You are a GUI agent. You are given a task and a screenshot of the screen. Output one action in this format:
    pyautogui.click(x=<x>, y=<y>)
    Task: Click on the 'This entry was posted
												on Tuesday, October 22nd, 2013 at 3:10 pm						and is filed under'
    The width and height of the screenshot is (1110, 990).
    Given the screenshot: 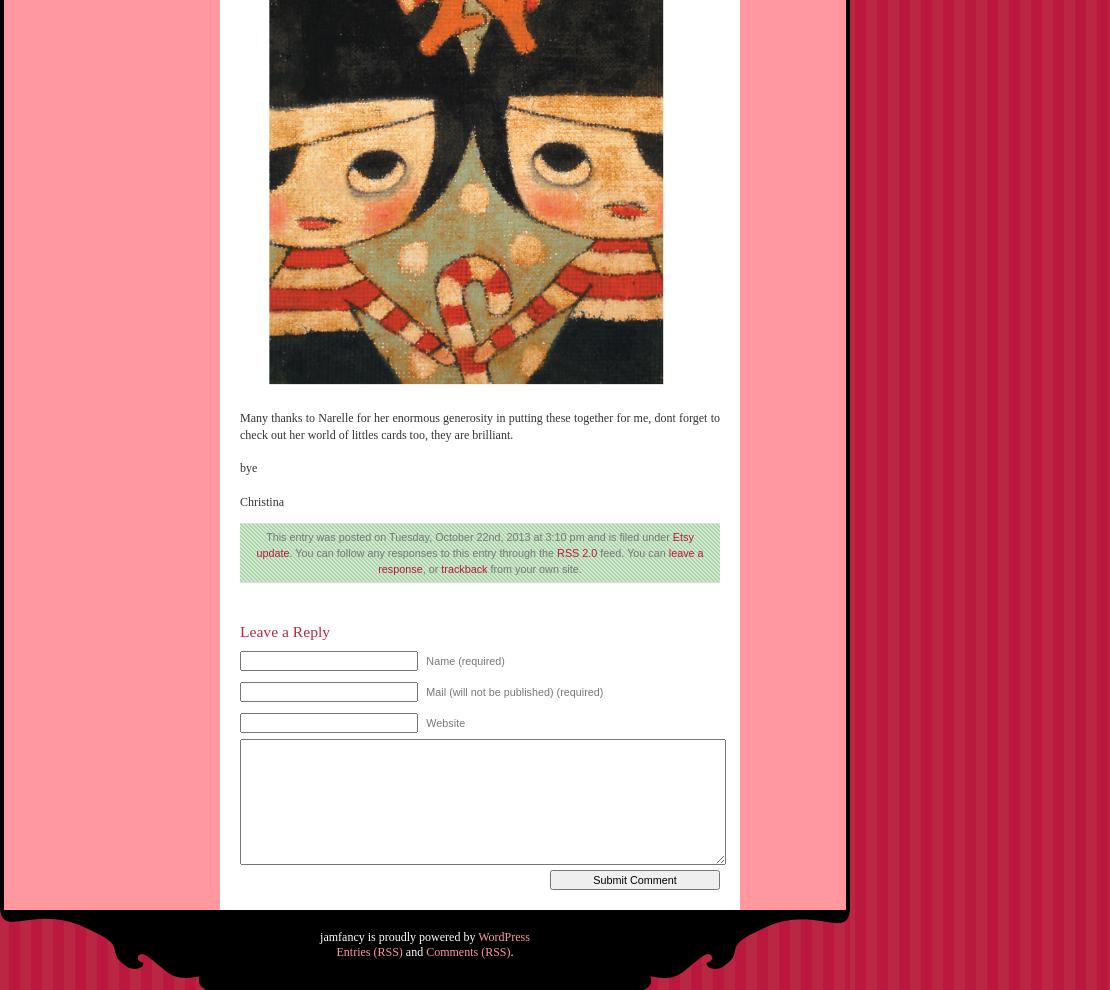 What is the action you would take?
    pyautogui.click(x=468, y=534)
    